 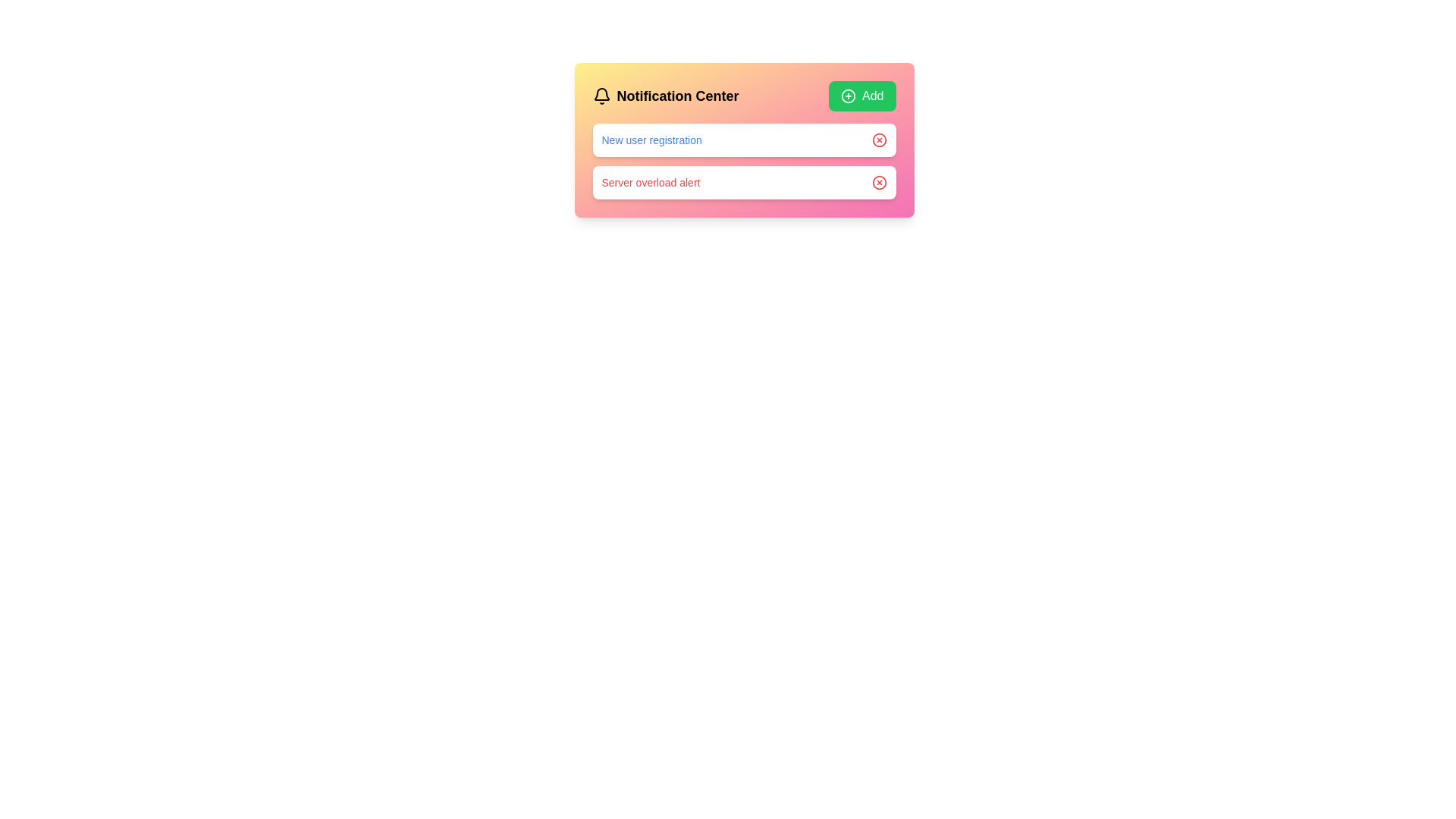 What do you see at coordinates (862, 96) in the screenshot?
I see `the green rectangular button with rounded corners that has a white plus symbol followed by the text 'Add'` at bounding box center [862, 96].